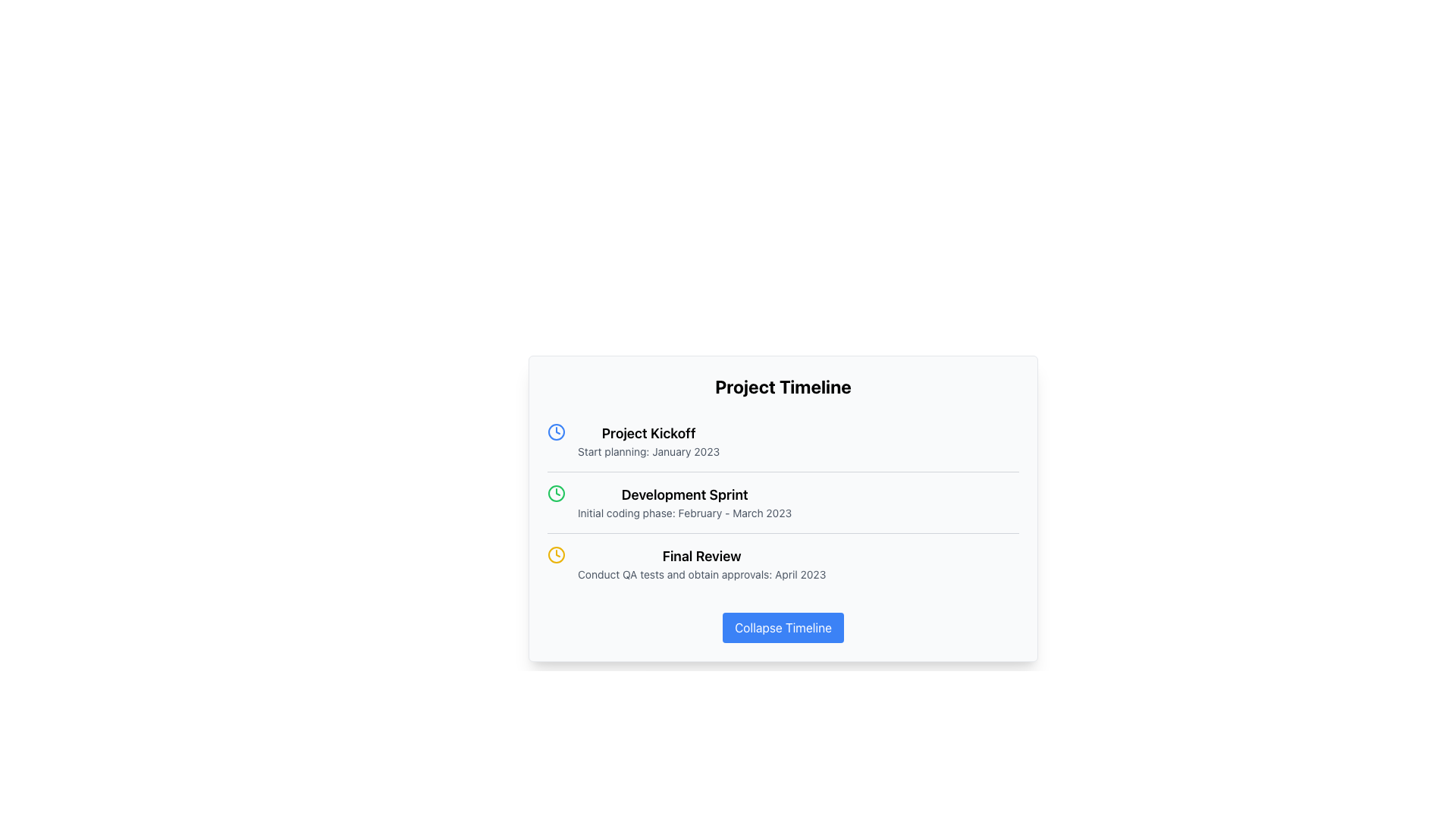 The width and height of the screenshot is (1456, 819). What do you see at coordinates (783, 503) in the screenshot?
I see `the 'Development Sprint' Timeline Entry Item, which is the second entry in the project timeline list` at bounding box center [783, 503].